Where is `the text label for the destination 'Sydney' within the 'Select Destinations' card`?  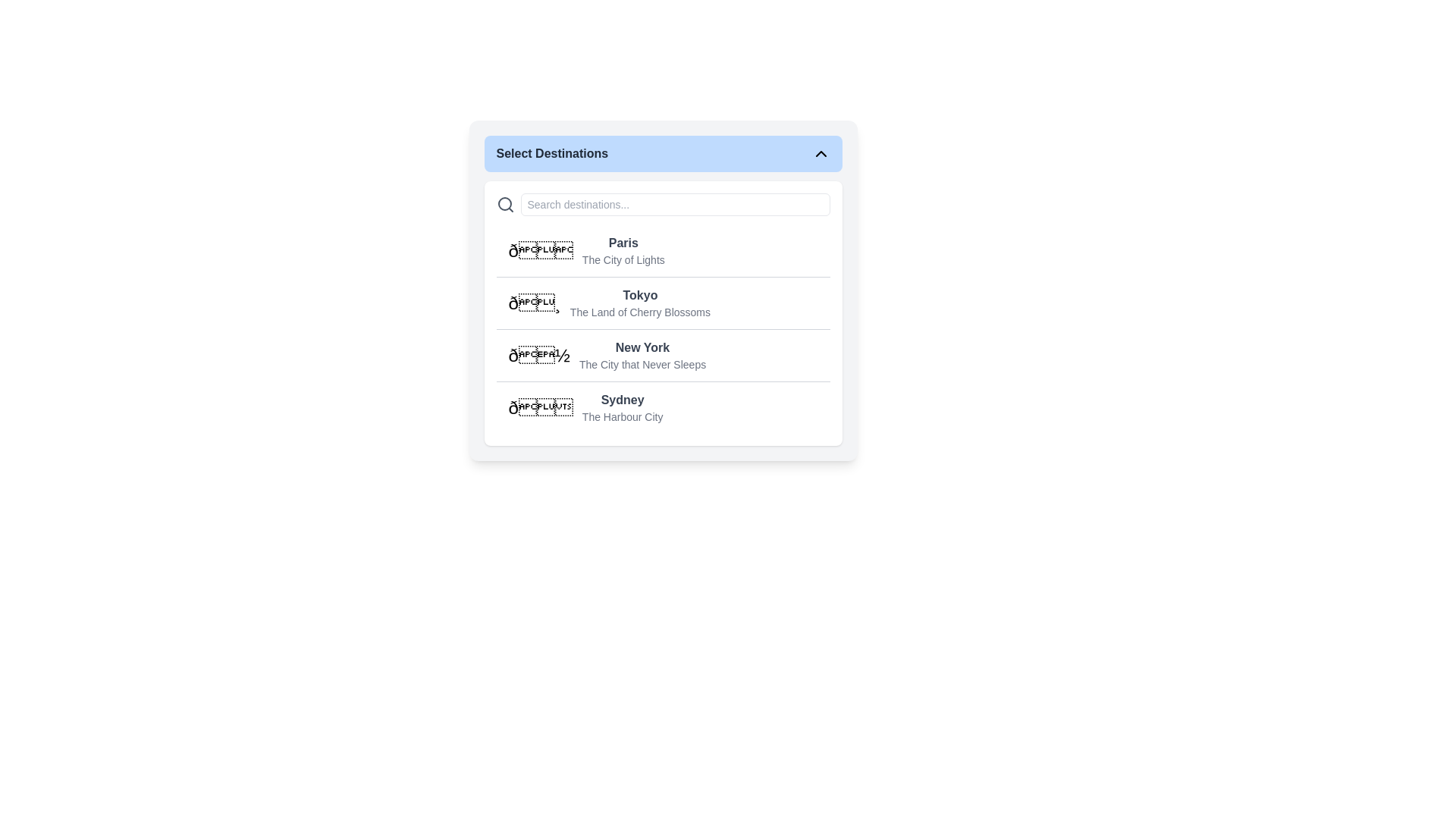 the text label for the destination 'Sydney' within the 'Select Destinations' card is located at coordinates (623, 406).